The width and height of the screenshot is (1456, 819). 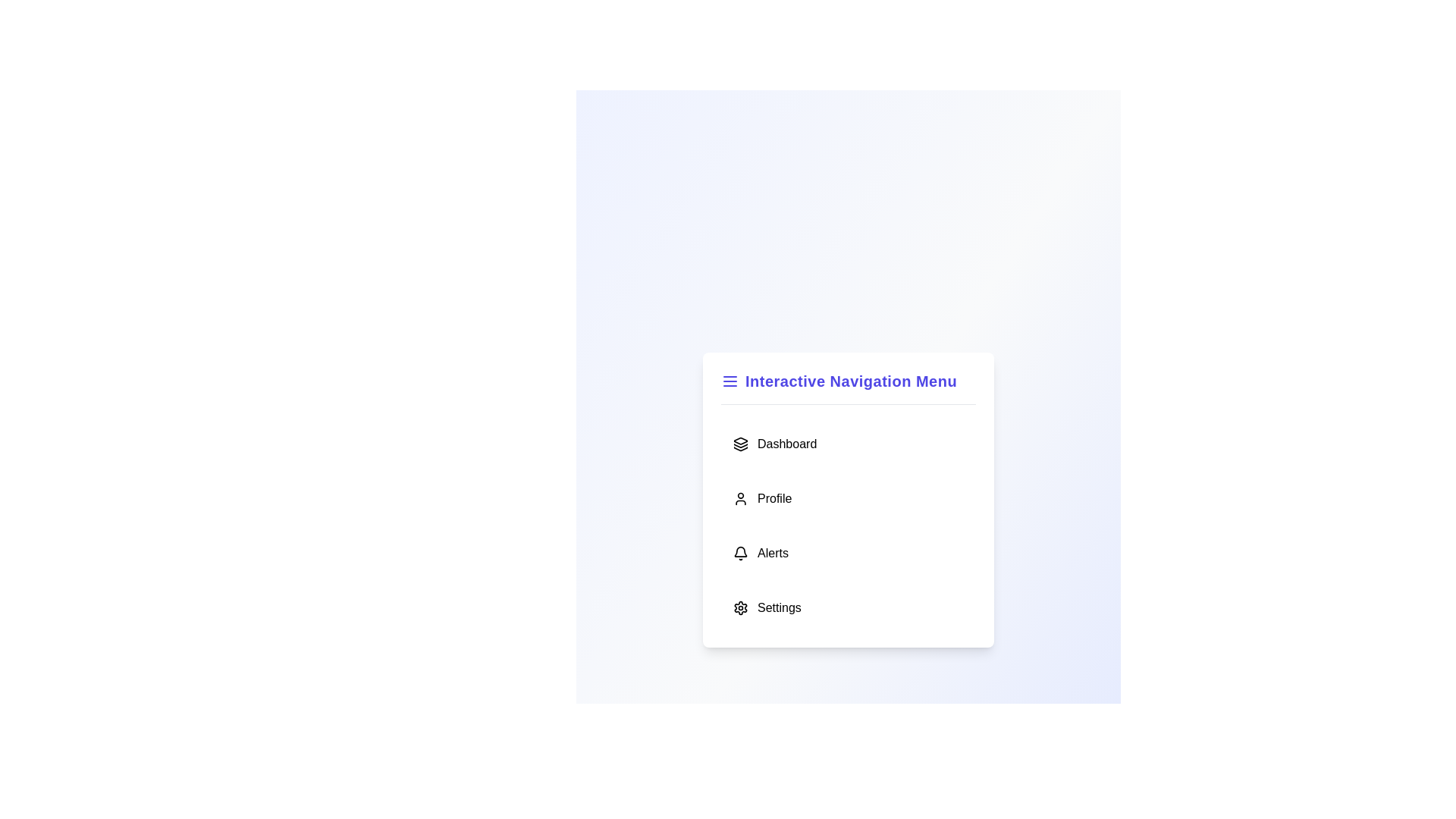 What do you see at coordinates (847, 553) in the screenshot?
I see `the menu item Alerts by clicking on it` at bounding box center [847, 553].